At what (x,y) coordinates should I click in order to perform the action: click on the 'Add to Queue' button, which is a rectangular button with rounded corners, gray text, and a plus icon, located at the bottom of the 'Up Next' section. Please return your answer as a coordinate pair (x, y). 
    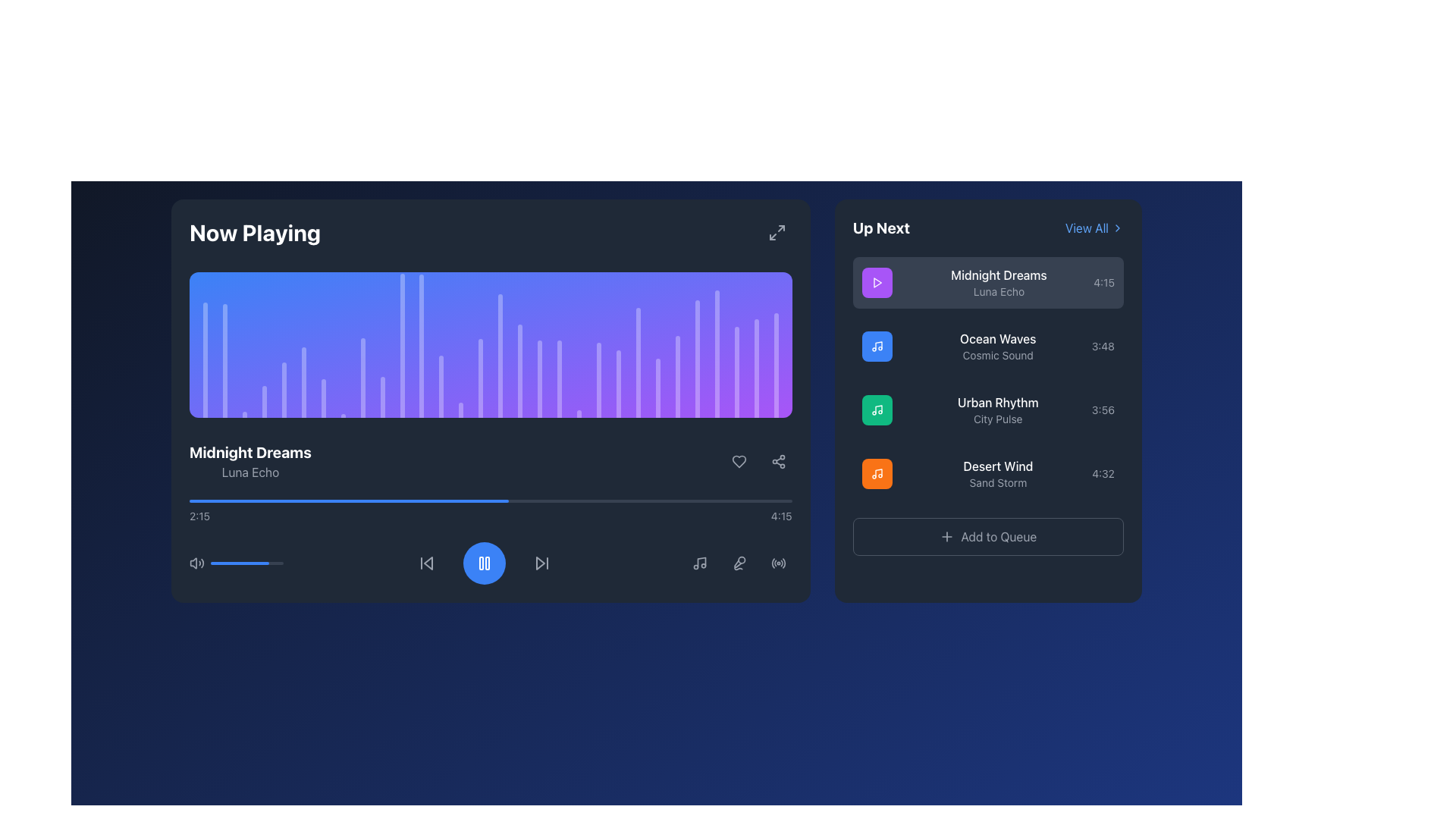
    Looking at the image, I should click on (988, 536).